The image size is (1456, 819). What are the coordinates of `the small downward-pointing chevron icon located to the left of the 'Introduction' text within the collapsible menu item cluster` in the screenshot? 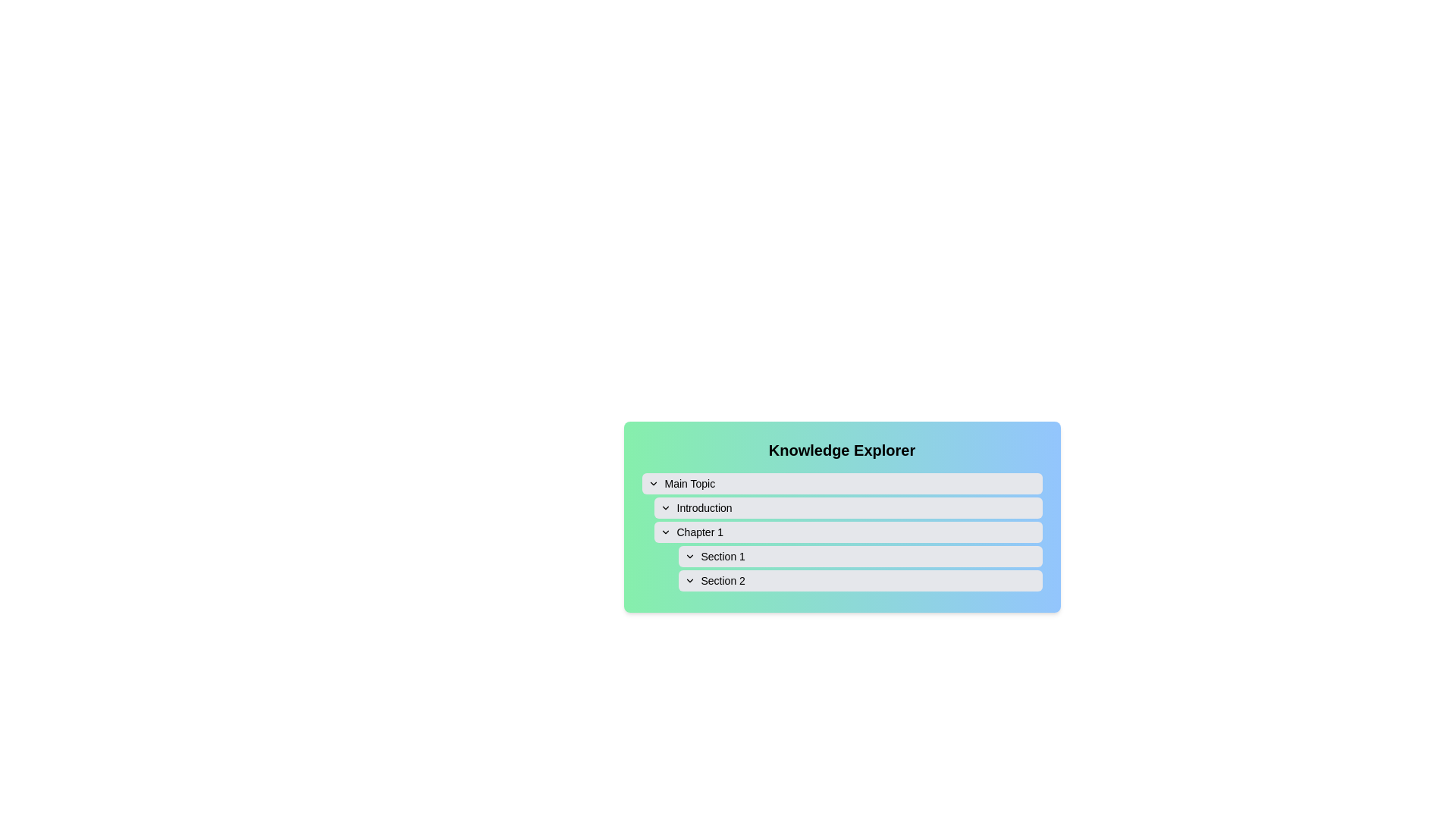 It's located at (665, 508).